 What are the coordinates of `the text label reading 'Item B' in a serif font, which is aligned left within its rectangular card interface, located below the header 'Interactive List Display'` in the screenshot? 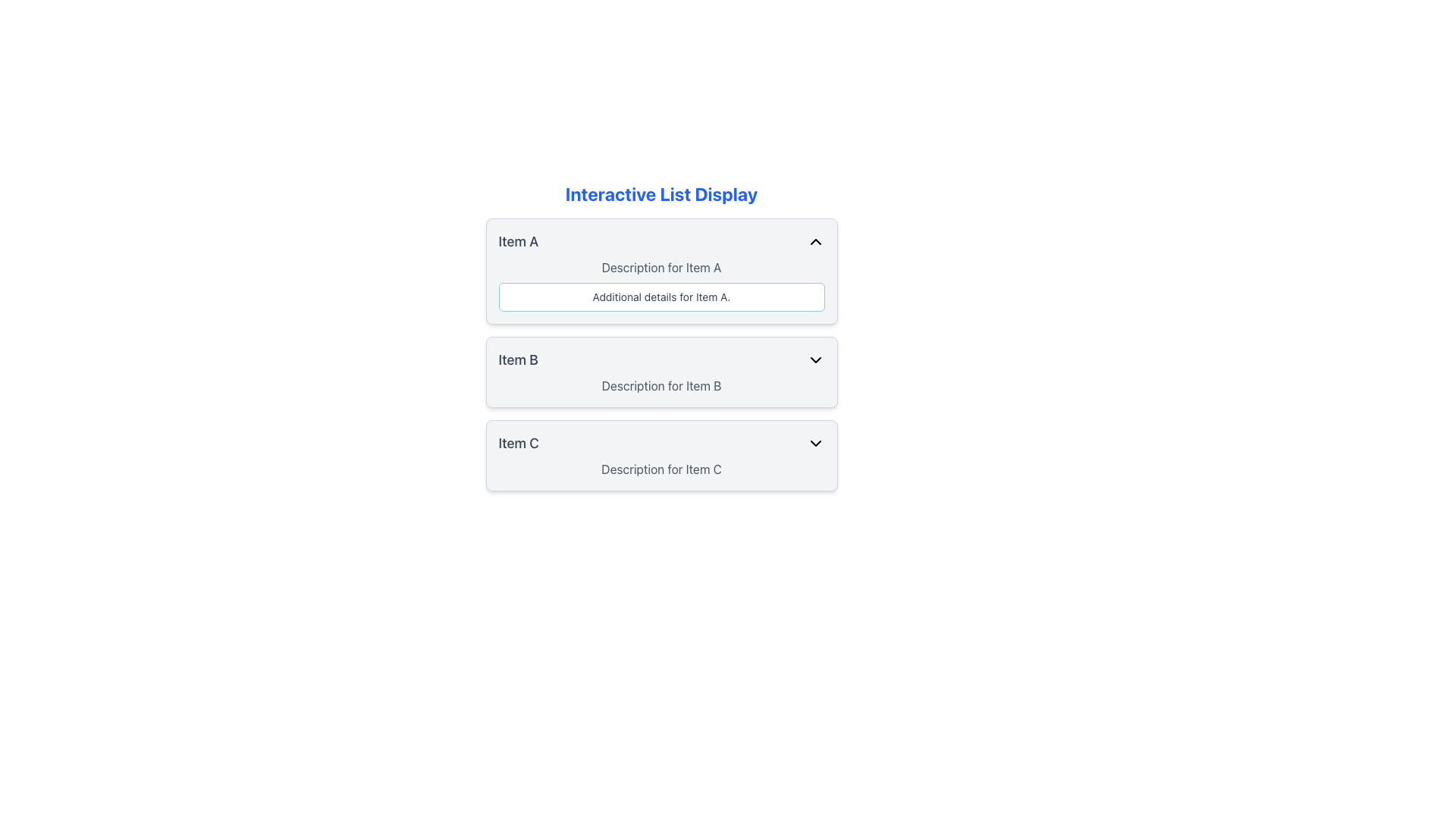 It's located at (518, 359).